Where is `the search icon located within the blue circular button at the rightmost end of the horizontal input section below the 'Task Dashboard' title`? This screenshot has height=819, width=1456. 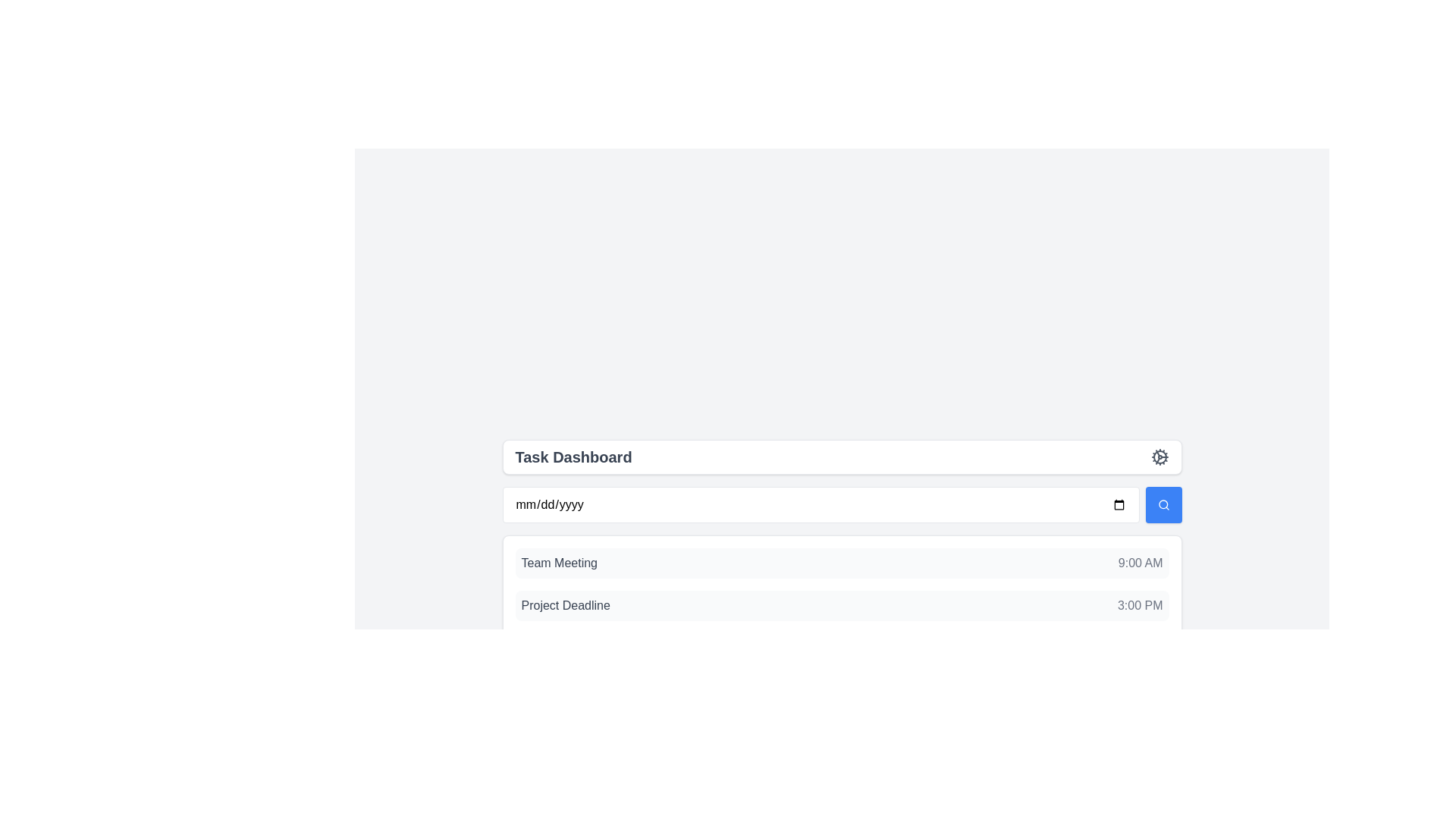 the search icon located within the blue circular button at the rightmost end of the horizontal input section below the 'Task Dashboard' title is located at coordinates (1163, 505).